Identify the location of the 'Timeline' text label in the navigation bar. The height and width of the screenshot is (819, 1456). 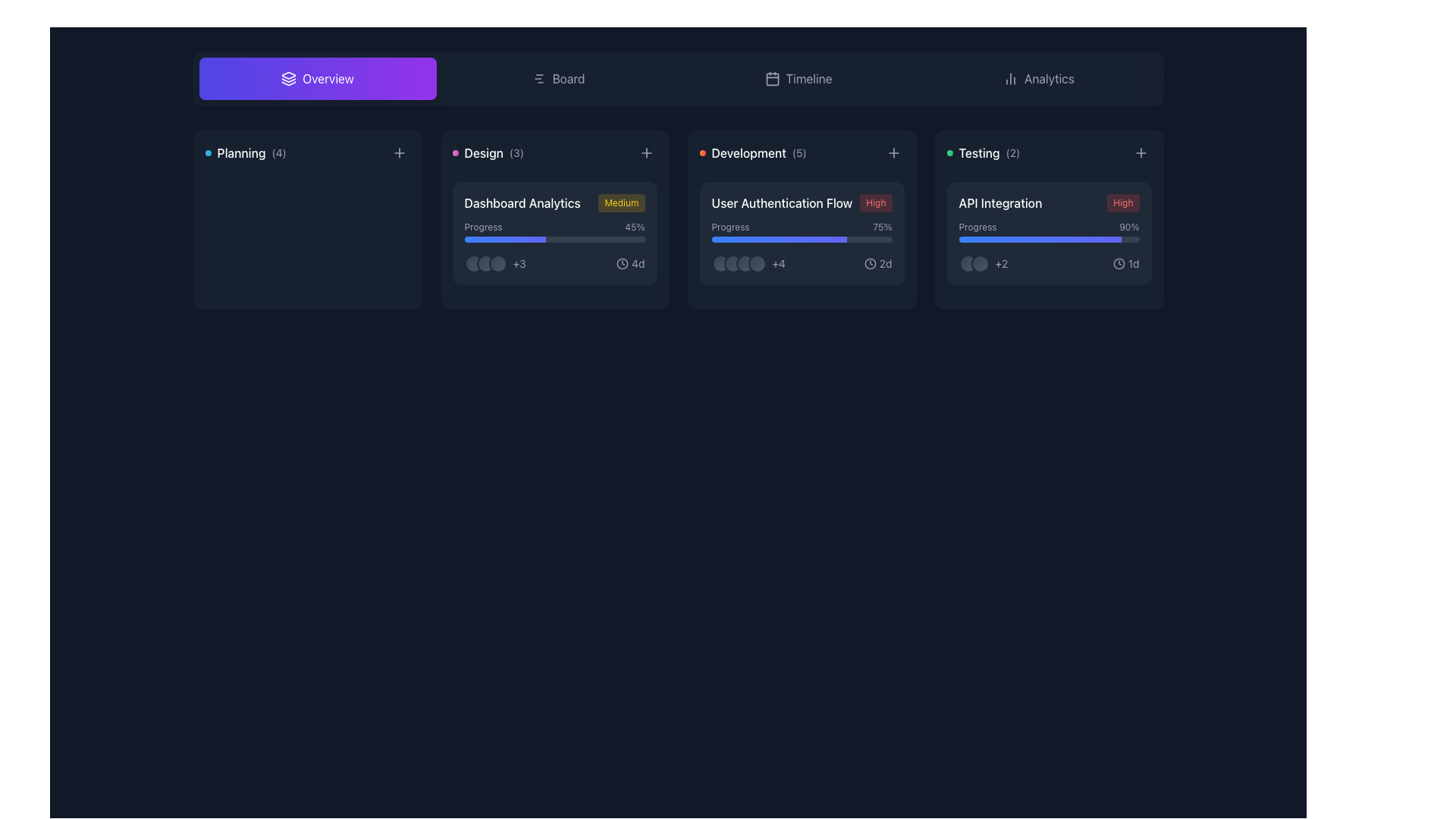
(808, 79).